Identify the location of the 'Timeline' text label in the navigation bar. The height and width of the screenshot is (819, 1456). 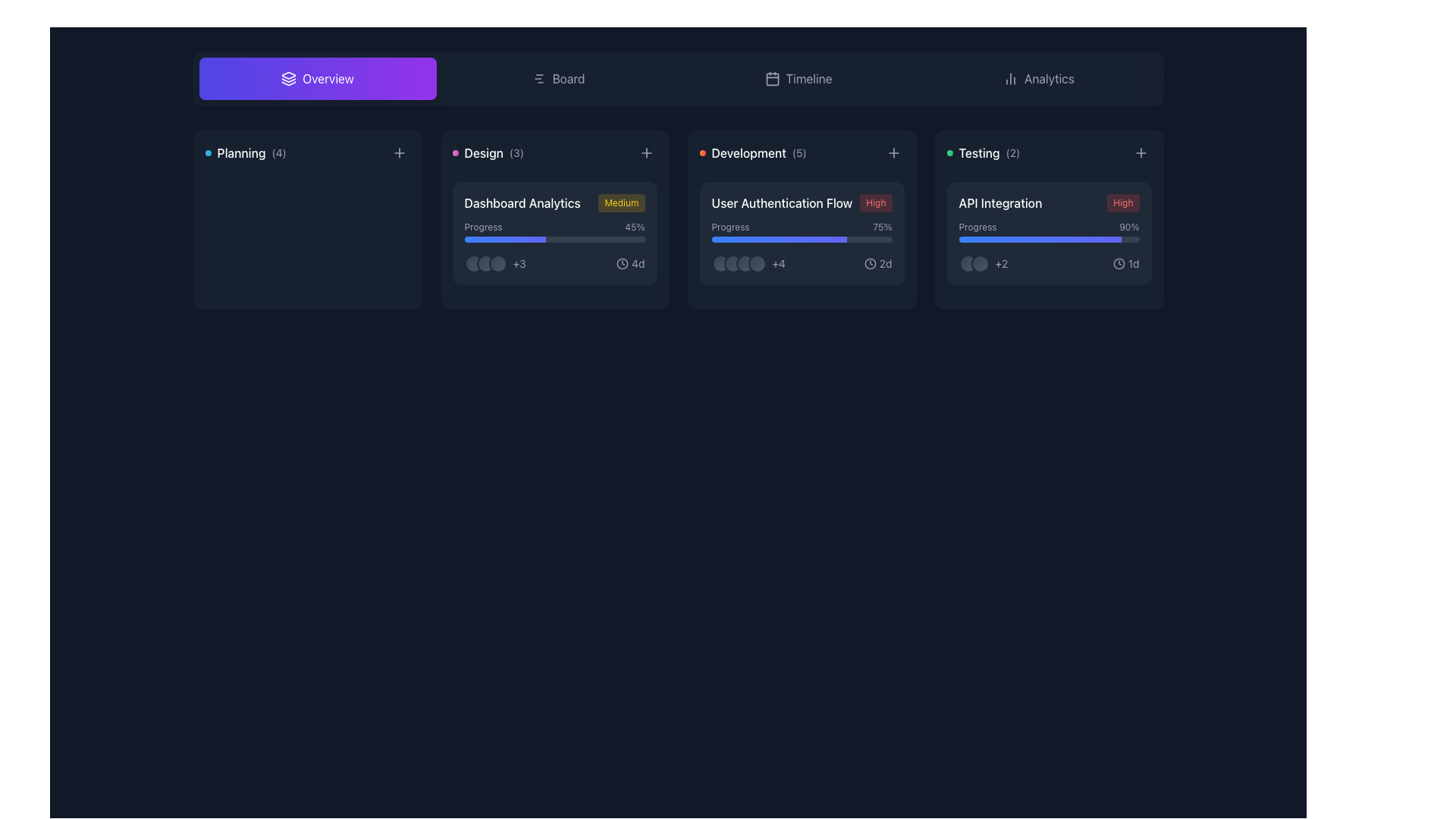
(808, 79).